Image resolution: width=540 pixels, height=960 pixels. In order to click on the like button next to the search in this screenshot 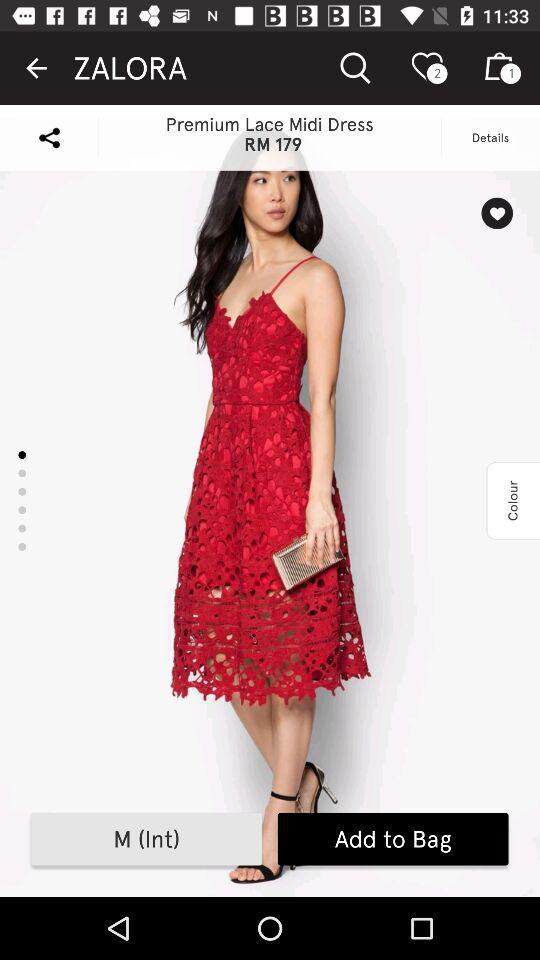, I will do `click(429, 68)`.